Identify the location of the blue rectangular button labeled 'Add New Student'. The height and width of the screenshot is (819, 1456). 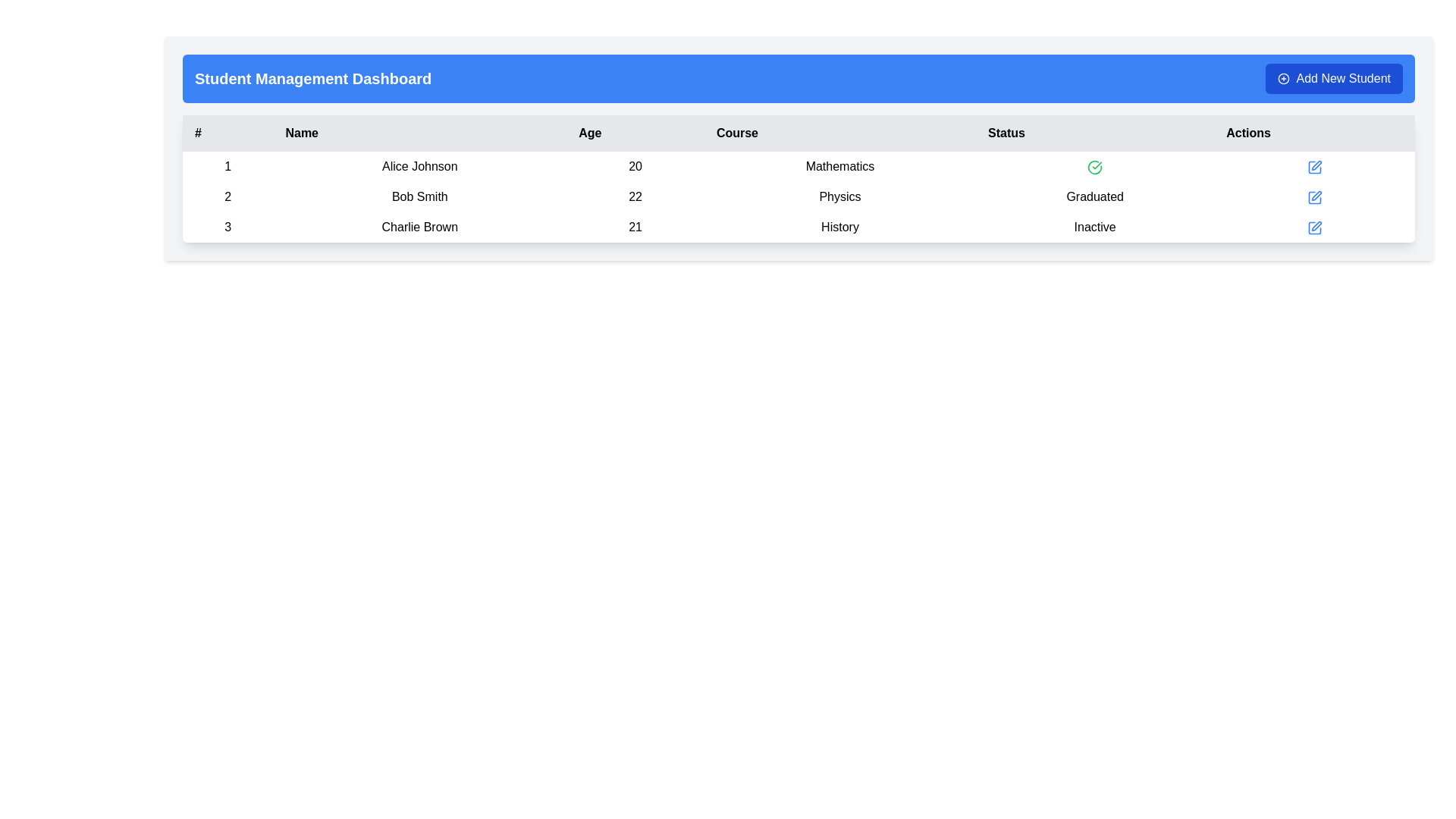
(1333, 79).